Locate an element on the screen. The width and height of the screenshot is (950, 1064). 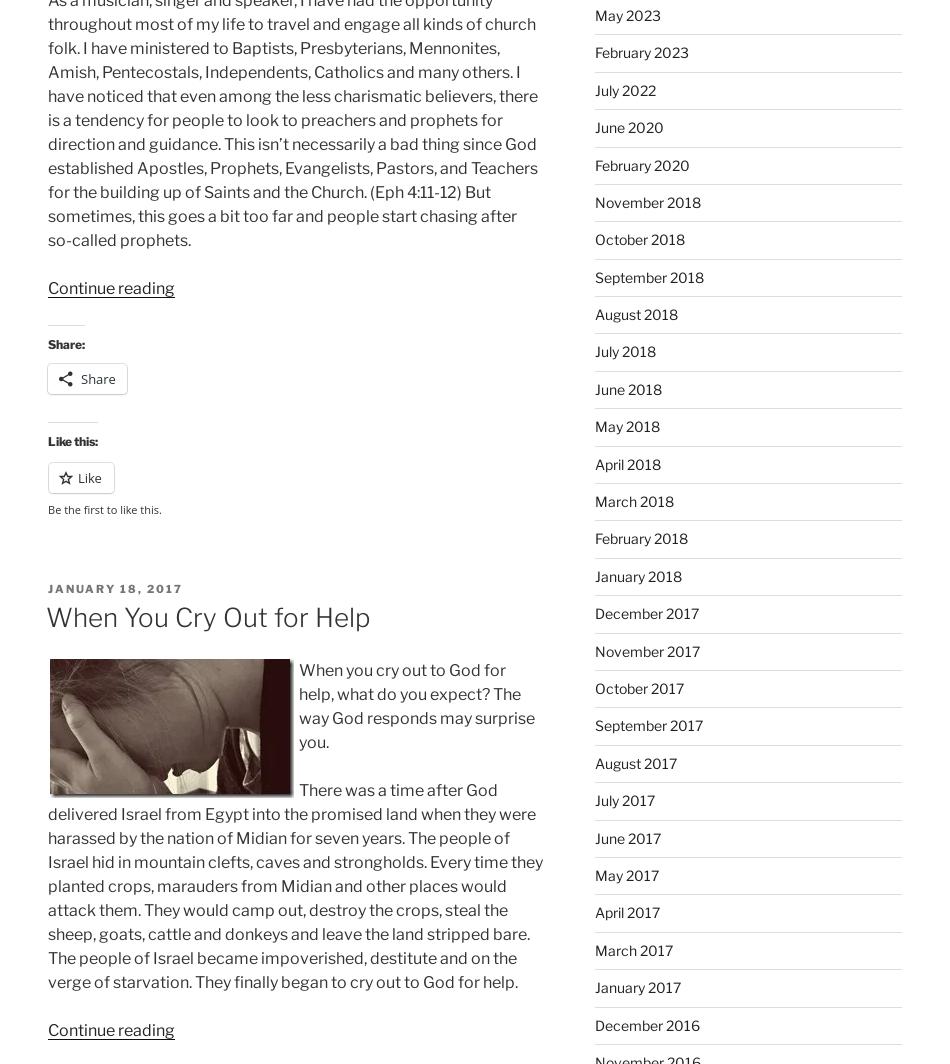
'December 2017' is located at coordinates (594, 613).